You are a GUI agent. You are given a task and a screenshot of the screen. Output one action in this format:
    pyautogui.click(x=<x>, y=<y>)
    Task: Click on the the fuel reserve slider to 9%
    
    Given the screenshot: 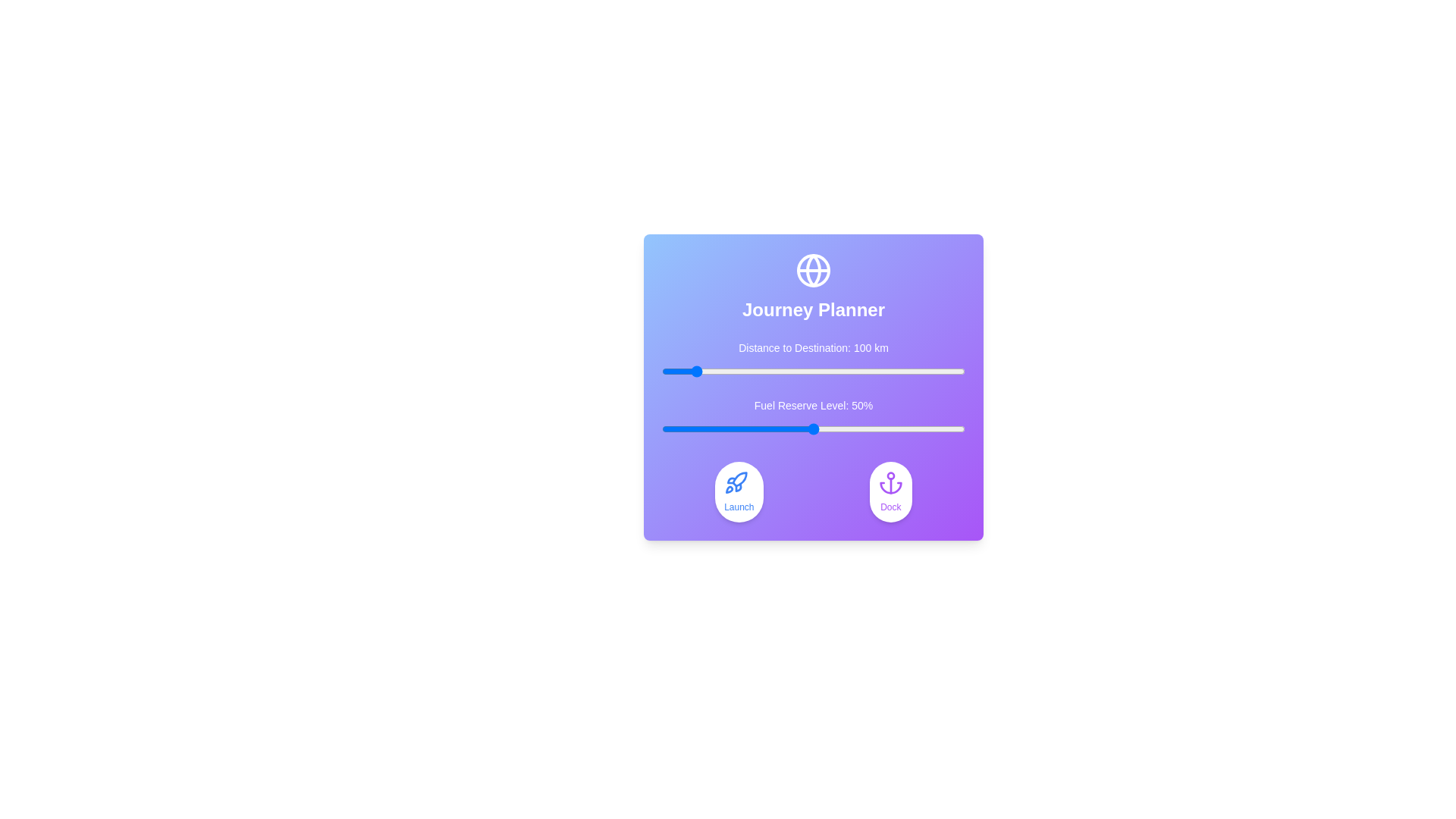 What is the action you would take?
    pyautogui.click(x=688, y=429)
    